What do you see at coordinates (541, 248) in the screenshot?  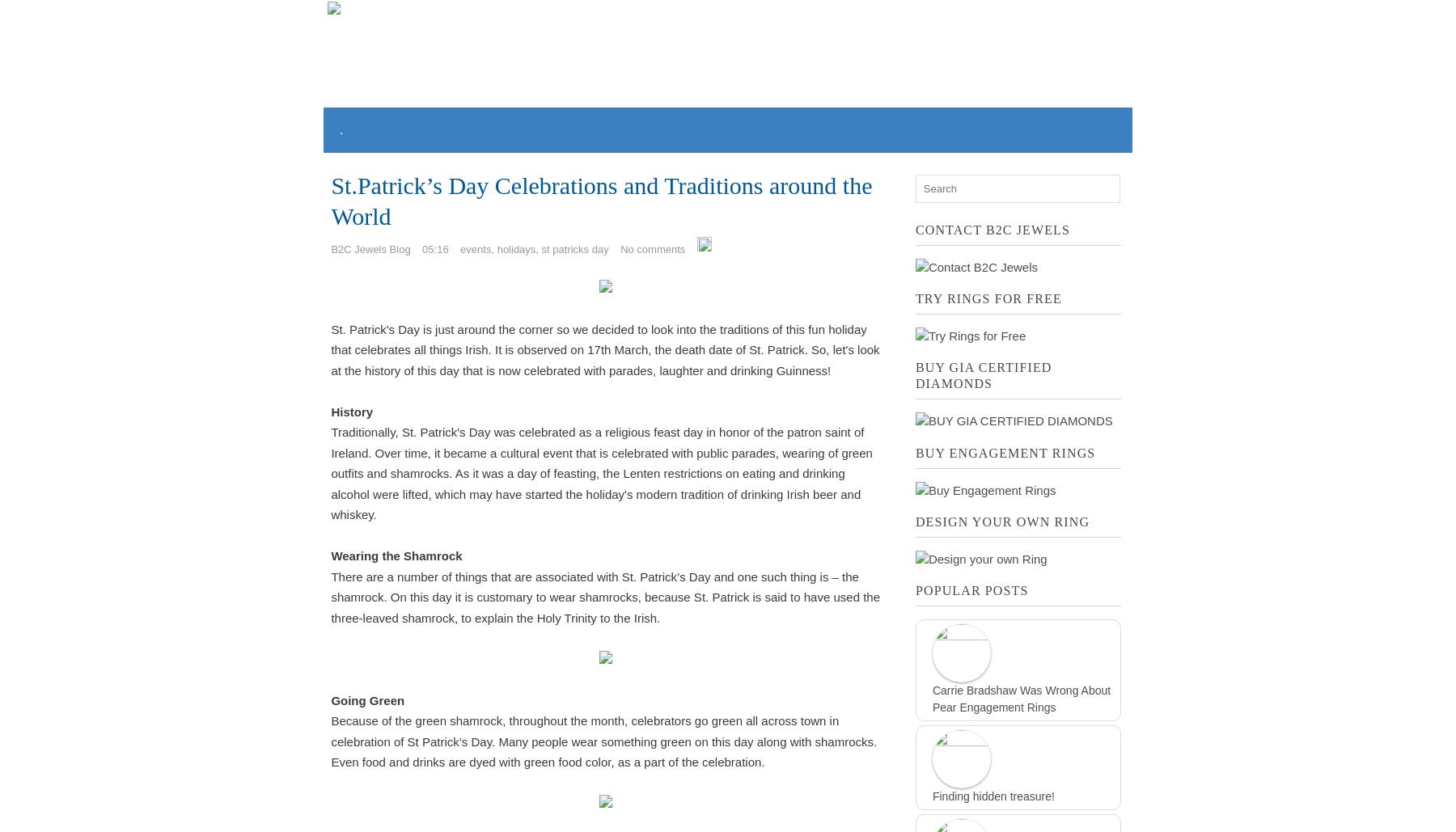 I see `'st patricks day'` at bounding box center [541, 248].